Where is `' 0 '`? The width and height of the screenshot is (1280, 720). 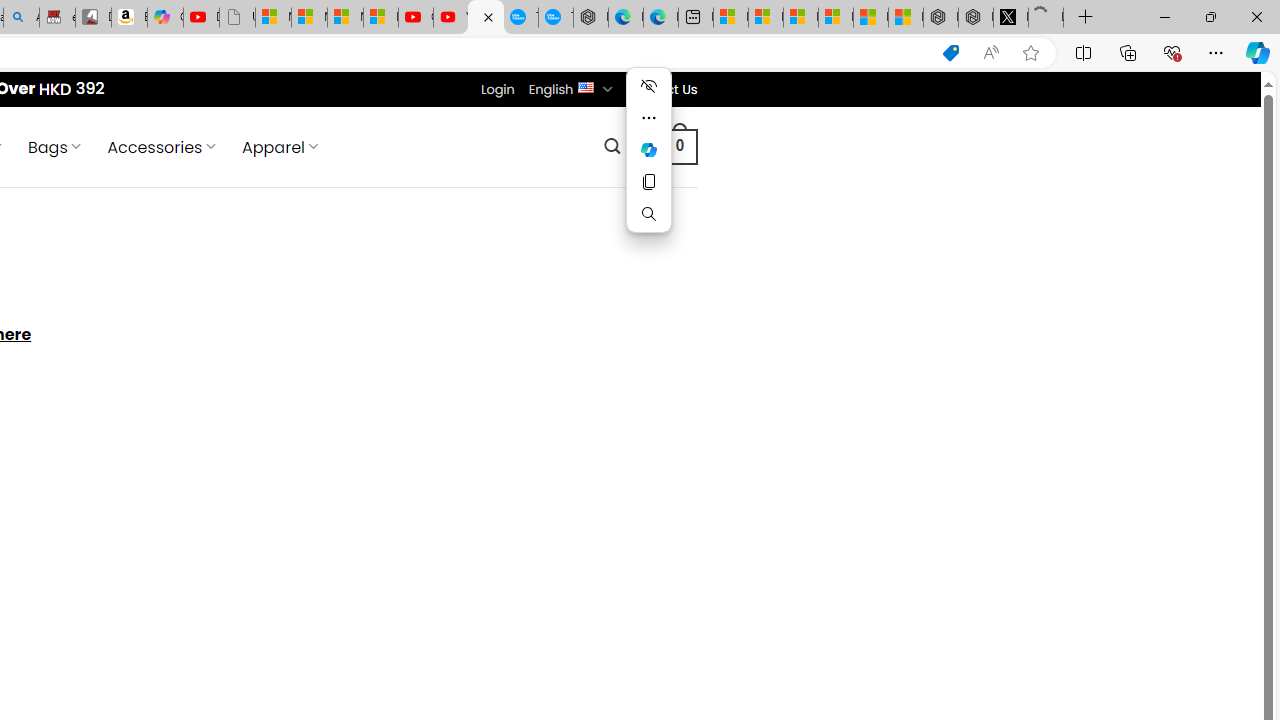 ' 0 ' is located at coordinates (679, 145).